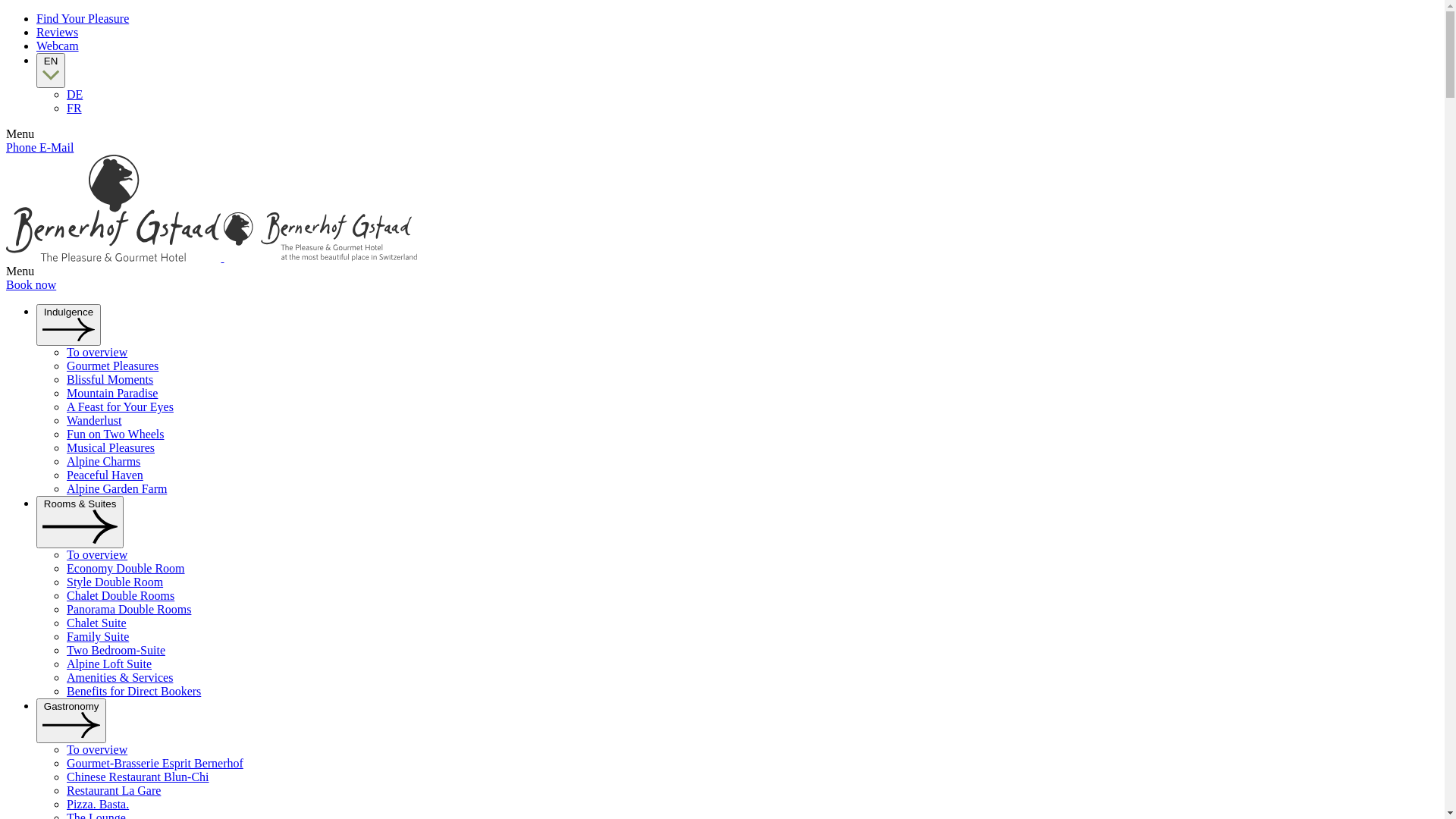 The width and height of the screenshot is (1456, 819). I want to click on 'EN', so click(51, 70).